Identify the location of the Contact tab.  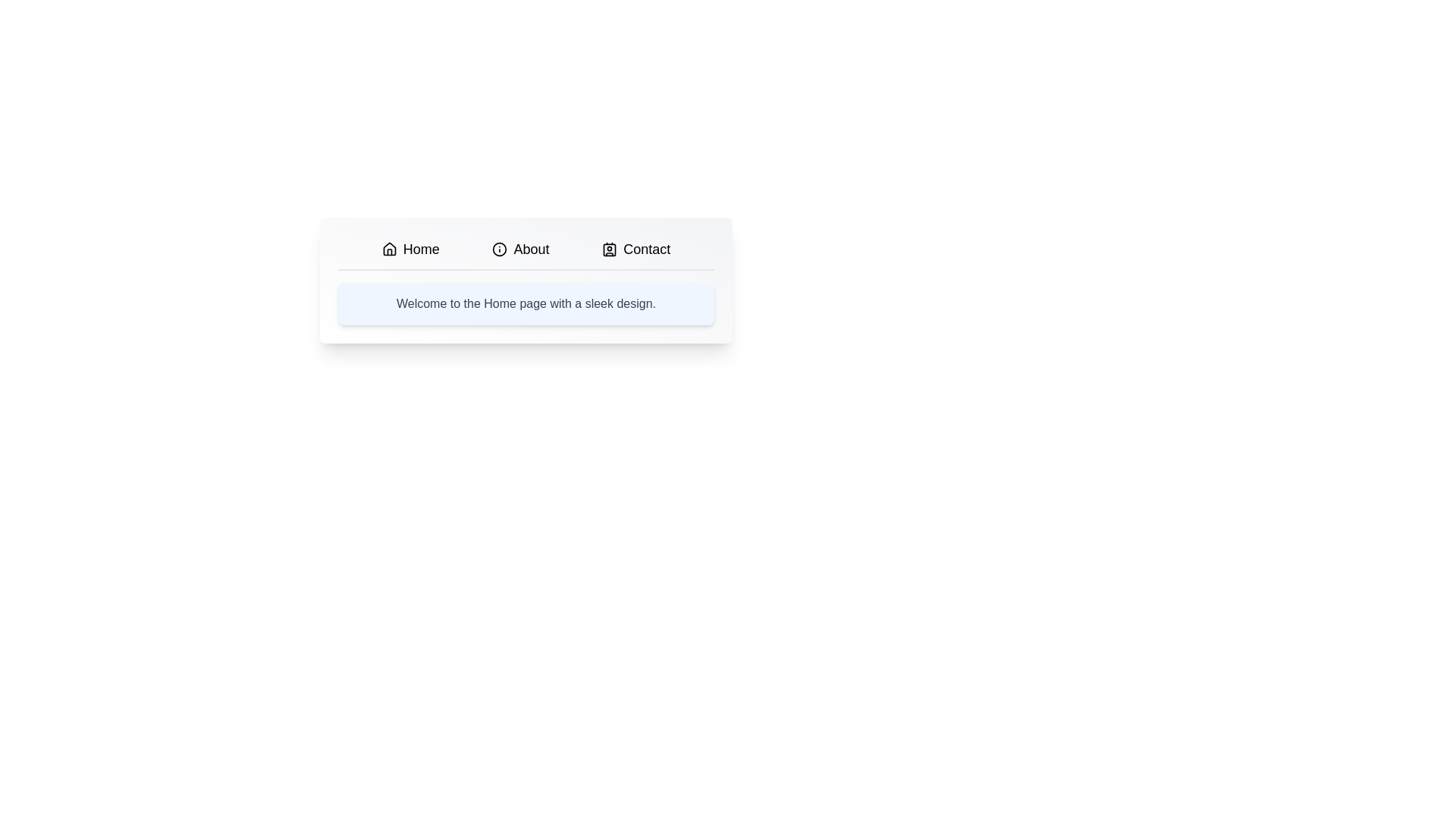
(636, 248).